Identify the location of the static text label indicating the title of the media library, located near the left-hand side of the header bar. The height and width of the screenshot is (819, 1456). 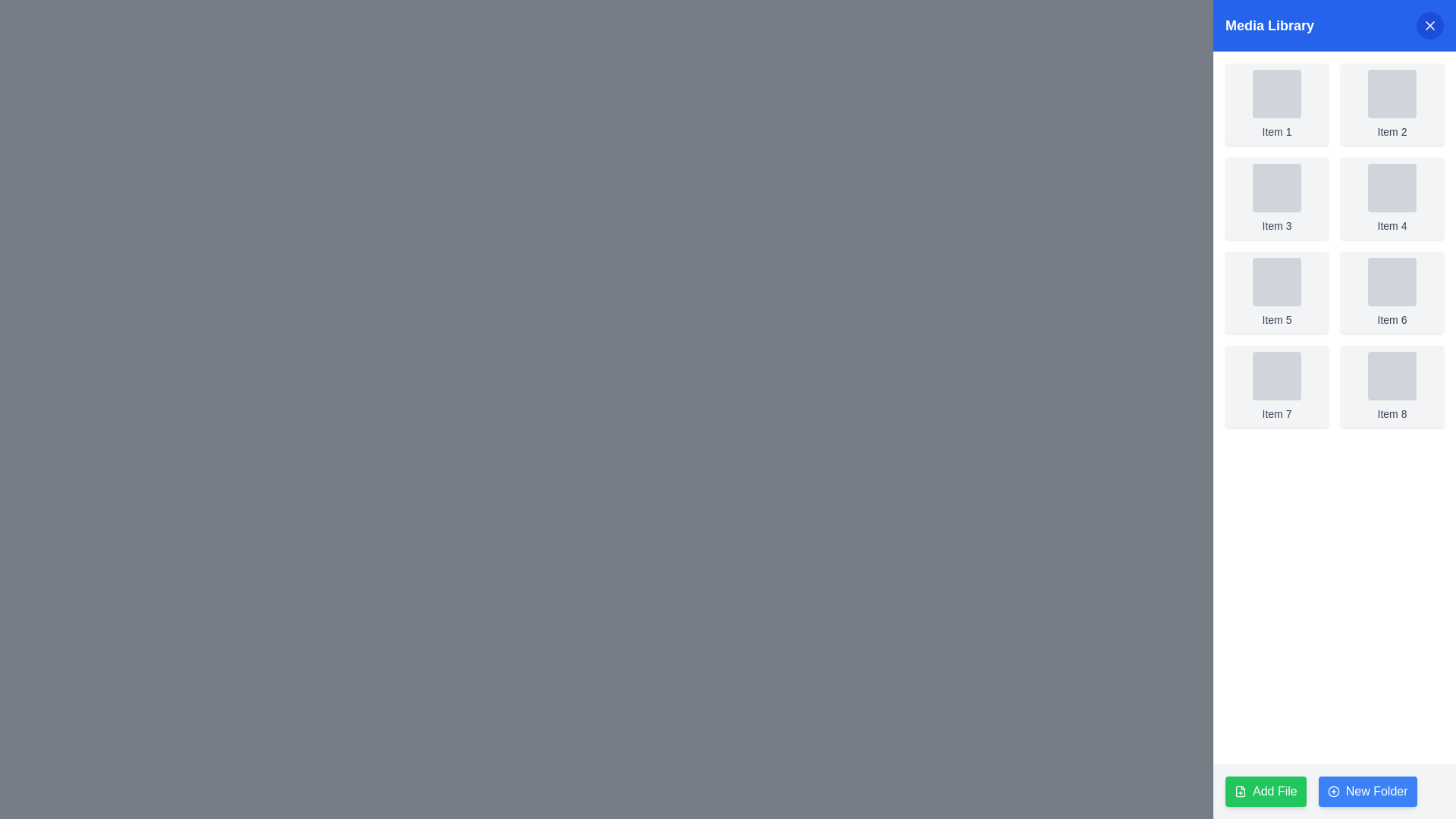
(1269, 26).